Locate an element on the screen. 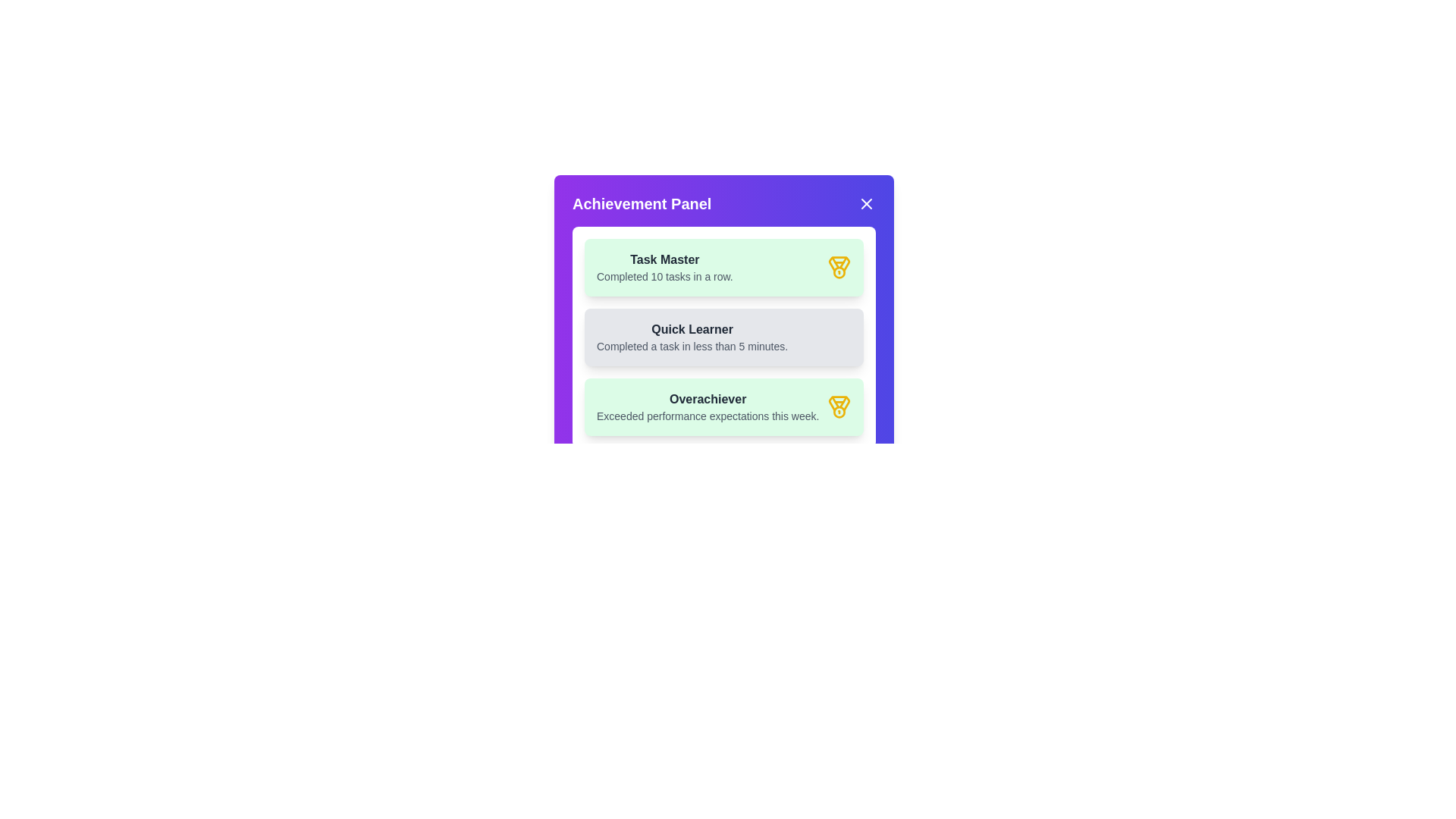 The width and height of the screenshot is (1456, 819). the Close button (X-shaped icon) located in the top-right corner of the Achievement Panel is located at coordinates (866, 203).